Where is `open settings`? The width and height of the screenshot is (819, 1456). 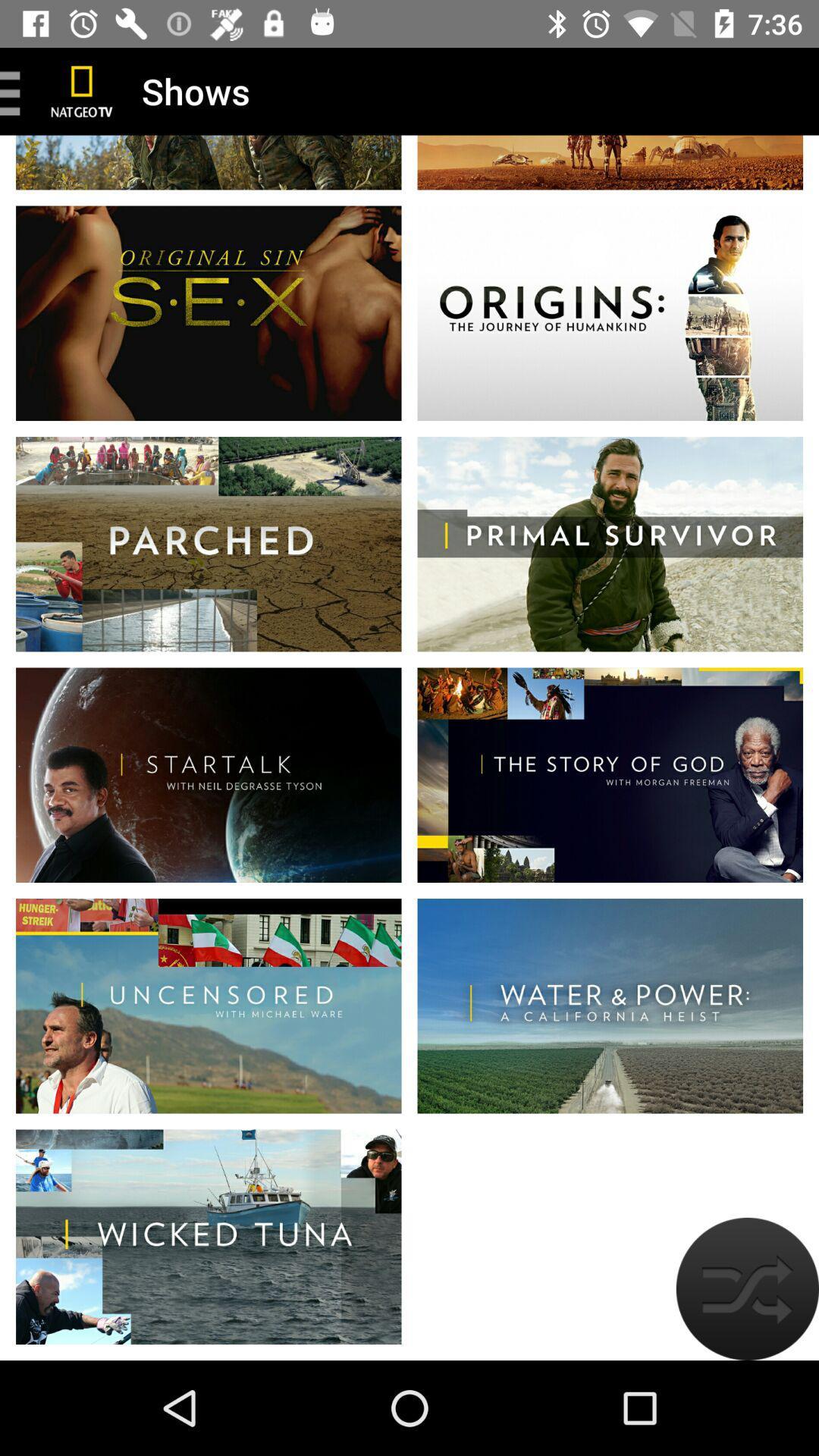
open settings is located at coordinates (15, 90).